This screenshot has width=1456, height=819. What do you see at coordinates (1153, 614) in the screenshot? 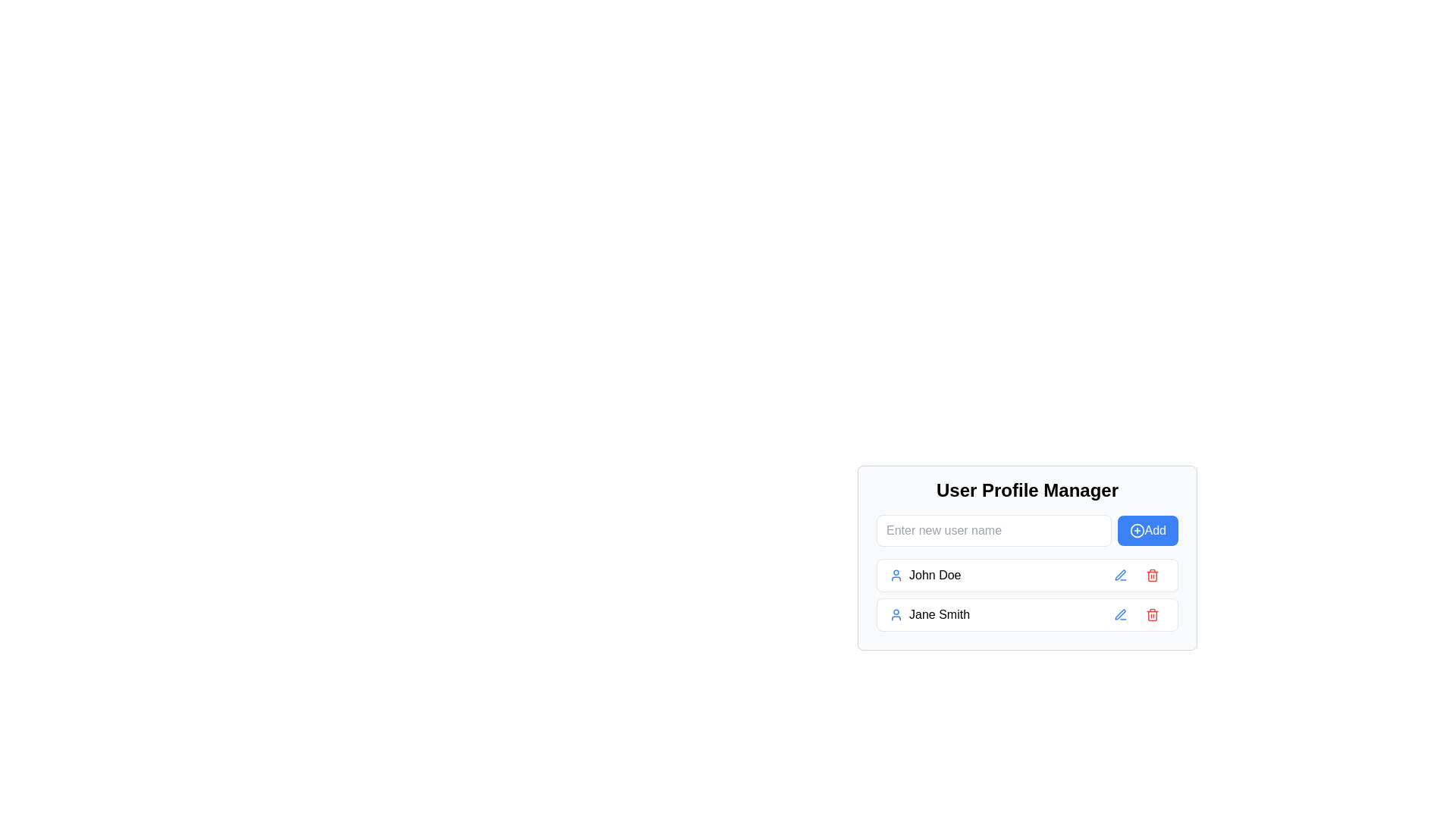
I see `the delete button for the user entry 'Jane Smith'` at bounding box center [1153, 614].